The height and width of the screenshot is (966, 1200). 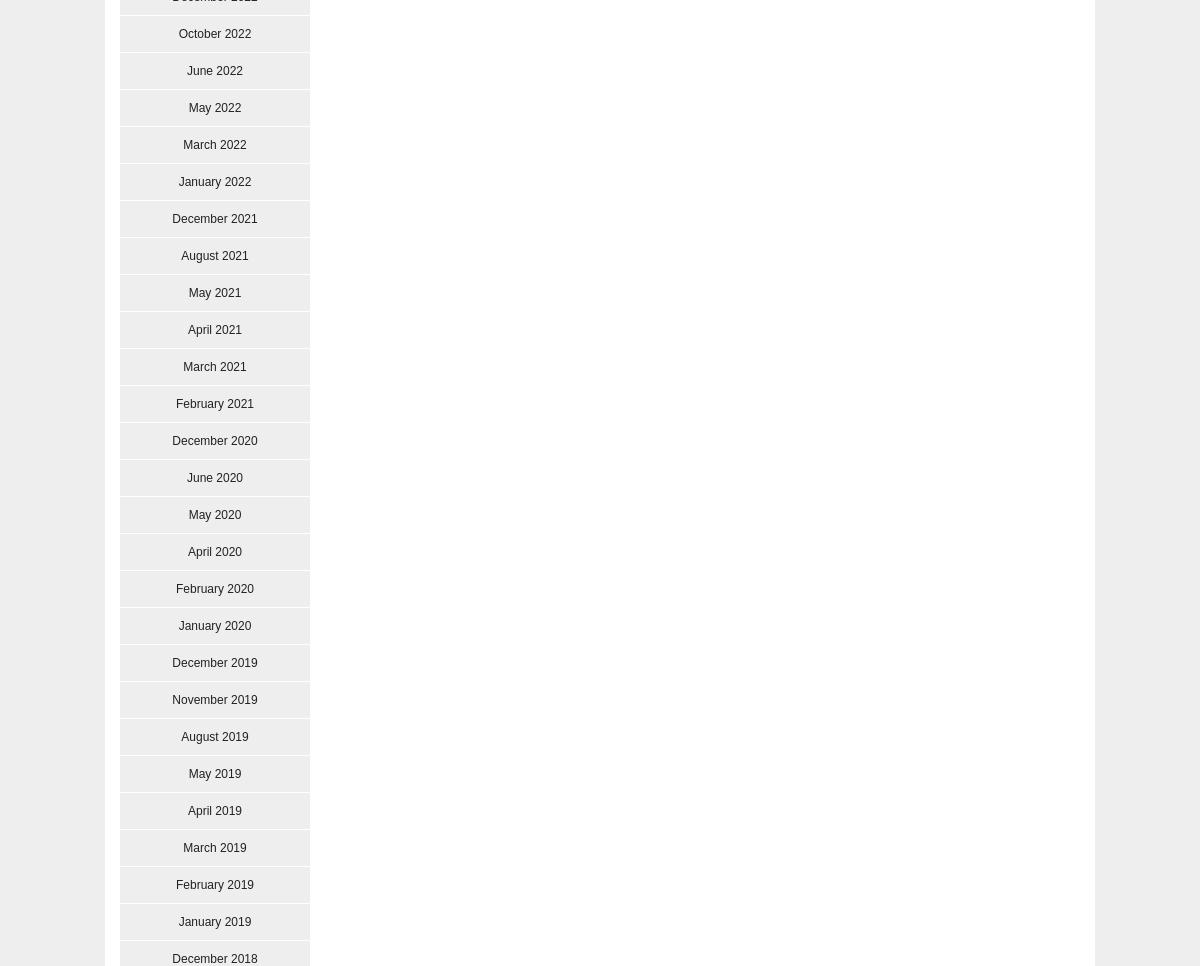 What do you see at coordinates (213, 772) in the screenshot?
I see `'May 2019'` at bounding box center [213, 772].